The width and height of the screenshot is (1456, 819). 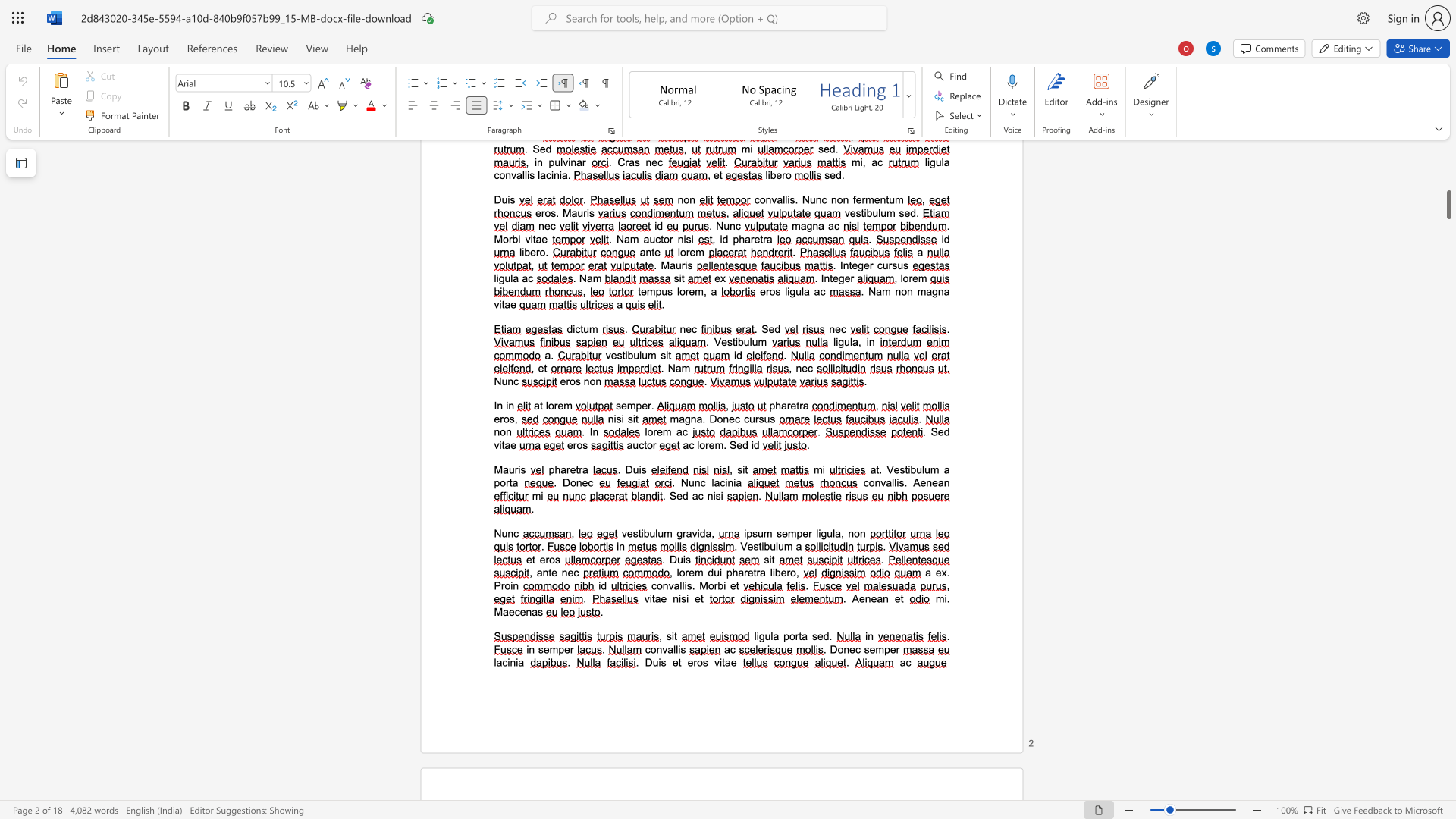 I want to click on the space between the continuous character "a" and "t" in the text, so click(x=875, y=469).